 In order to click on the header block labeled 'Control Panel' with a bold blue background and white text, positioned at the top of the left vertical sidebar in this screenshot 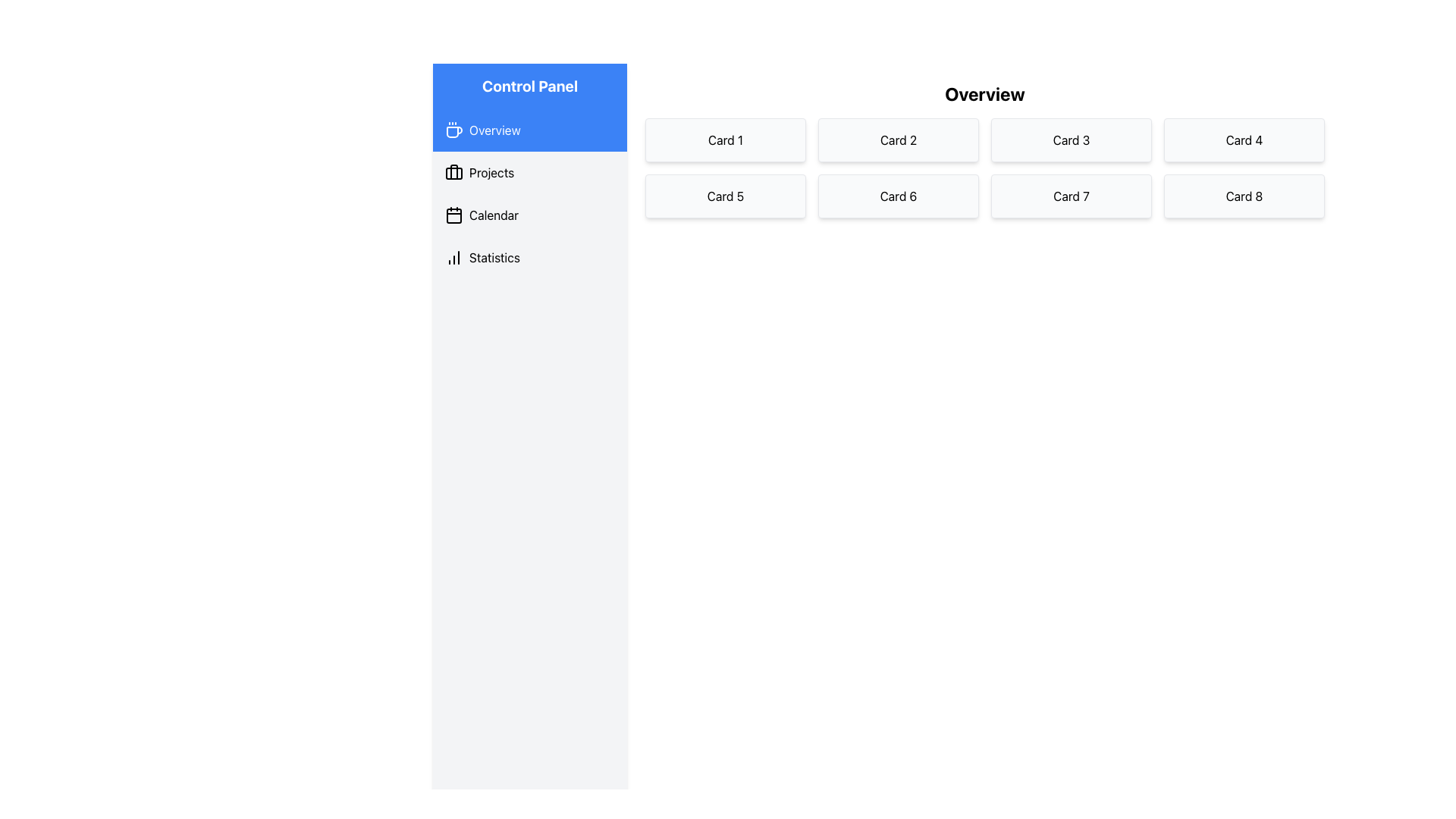, I will do `click(530, 86)`.